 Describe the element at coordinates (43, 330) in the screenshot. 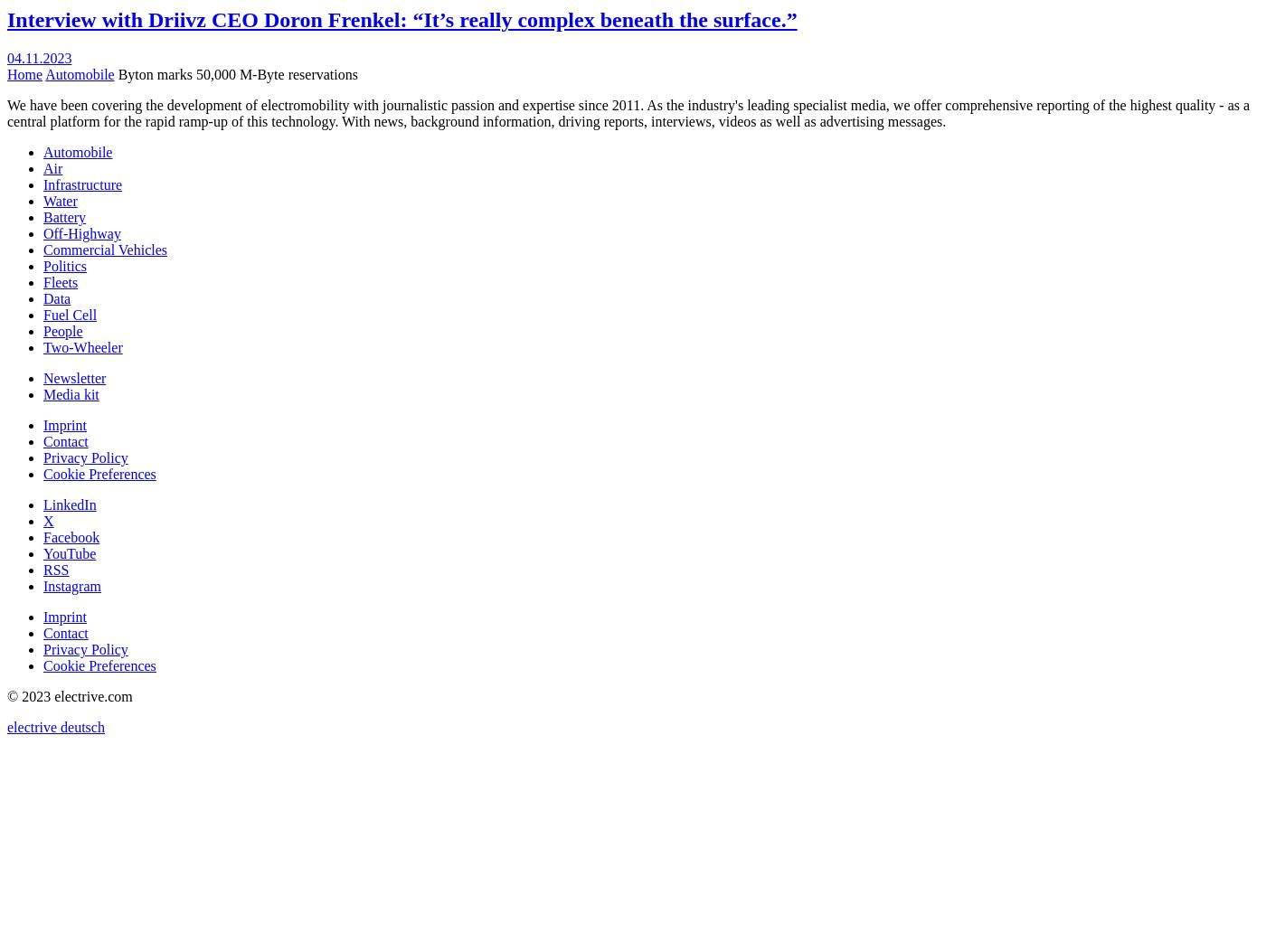

I see `'People'` at that location.